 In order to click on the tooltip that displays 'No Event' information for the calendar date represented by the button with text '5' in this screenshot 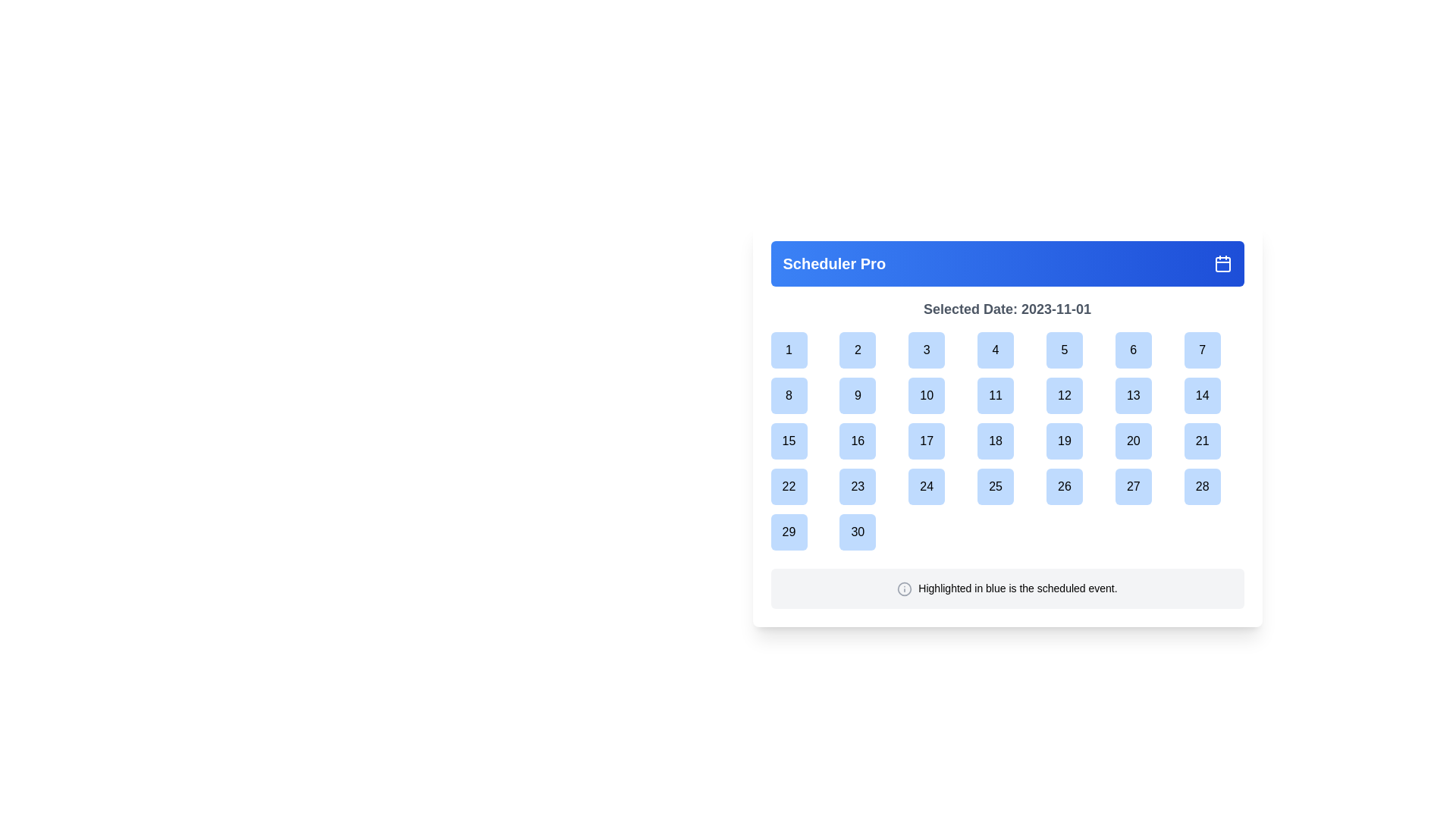, I will do `click(1077, 380)`.